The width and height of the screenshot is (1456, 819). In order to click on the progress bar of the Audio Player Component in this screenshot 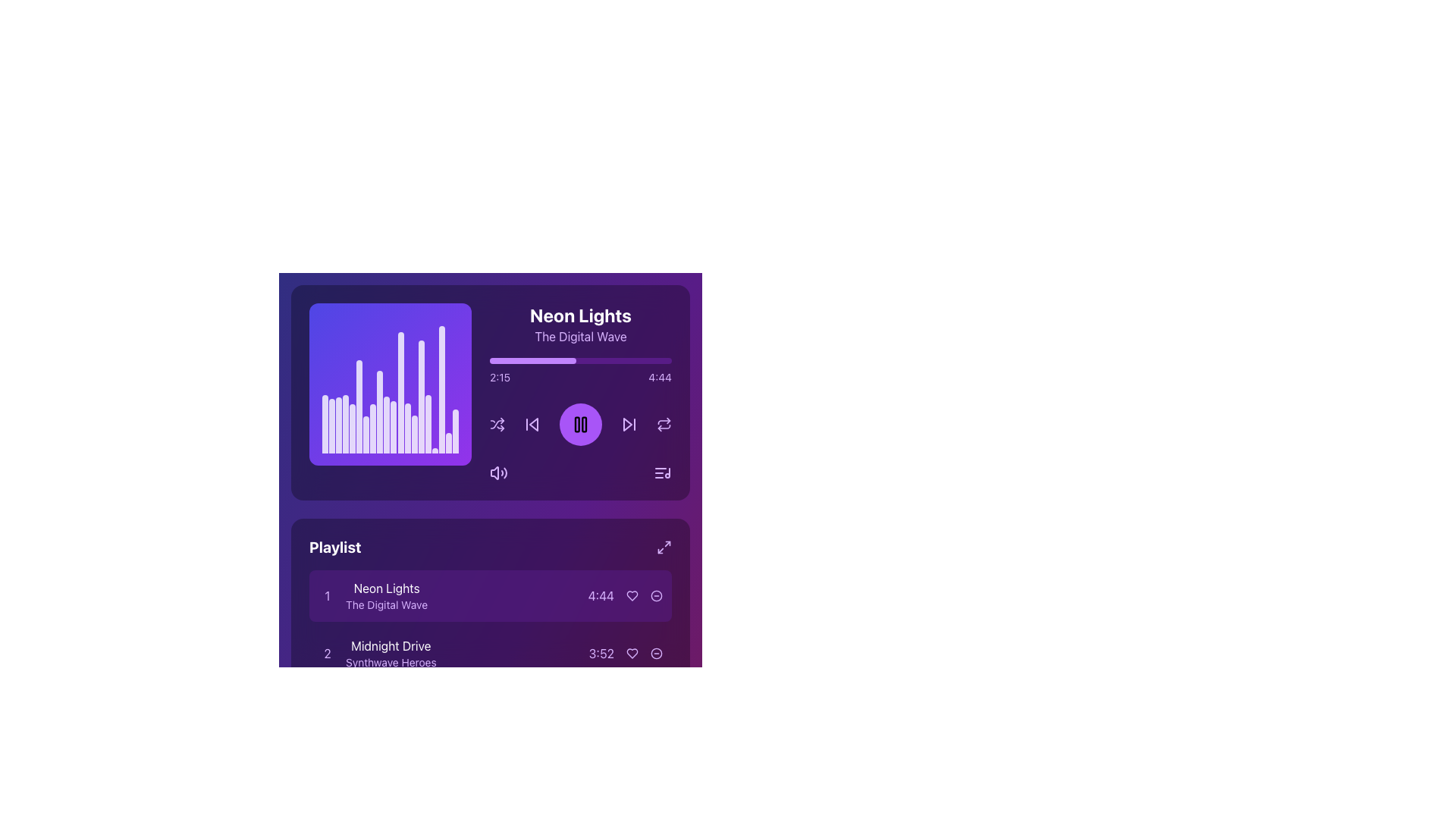, I will do `click(491, 391)`.